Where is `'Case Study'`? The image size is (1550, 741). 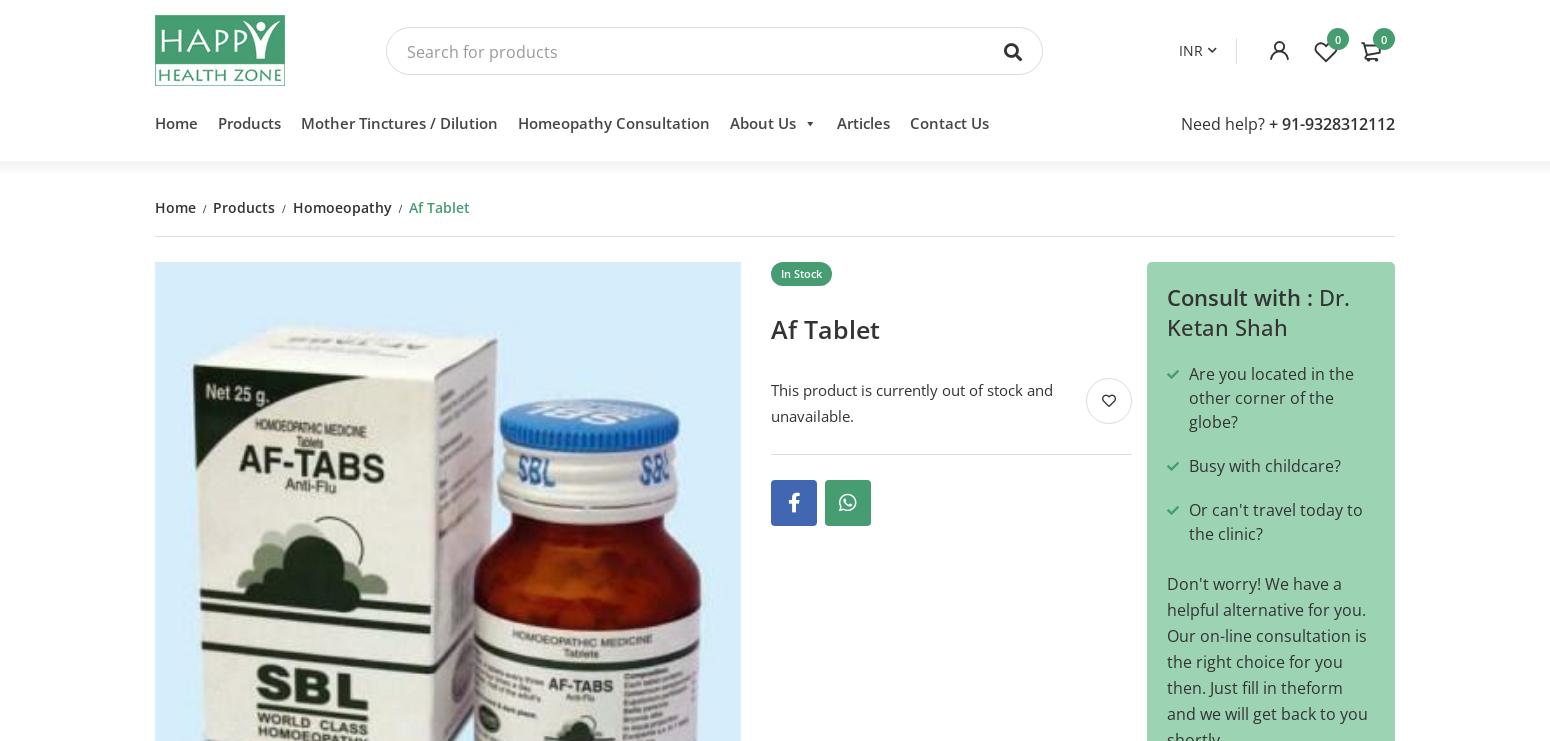
'Case Study' is located at coordinates (739, 277).